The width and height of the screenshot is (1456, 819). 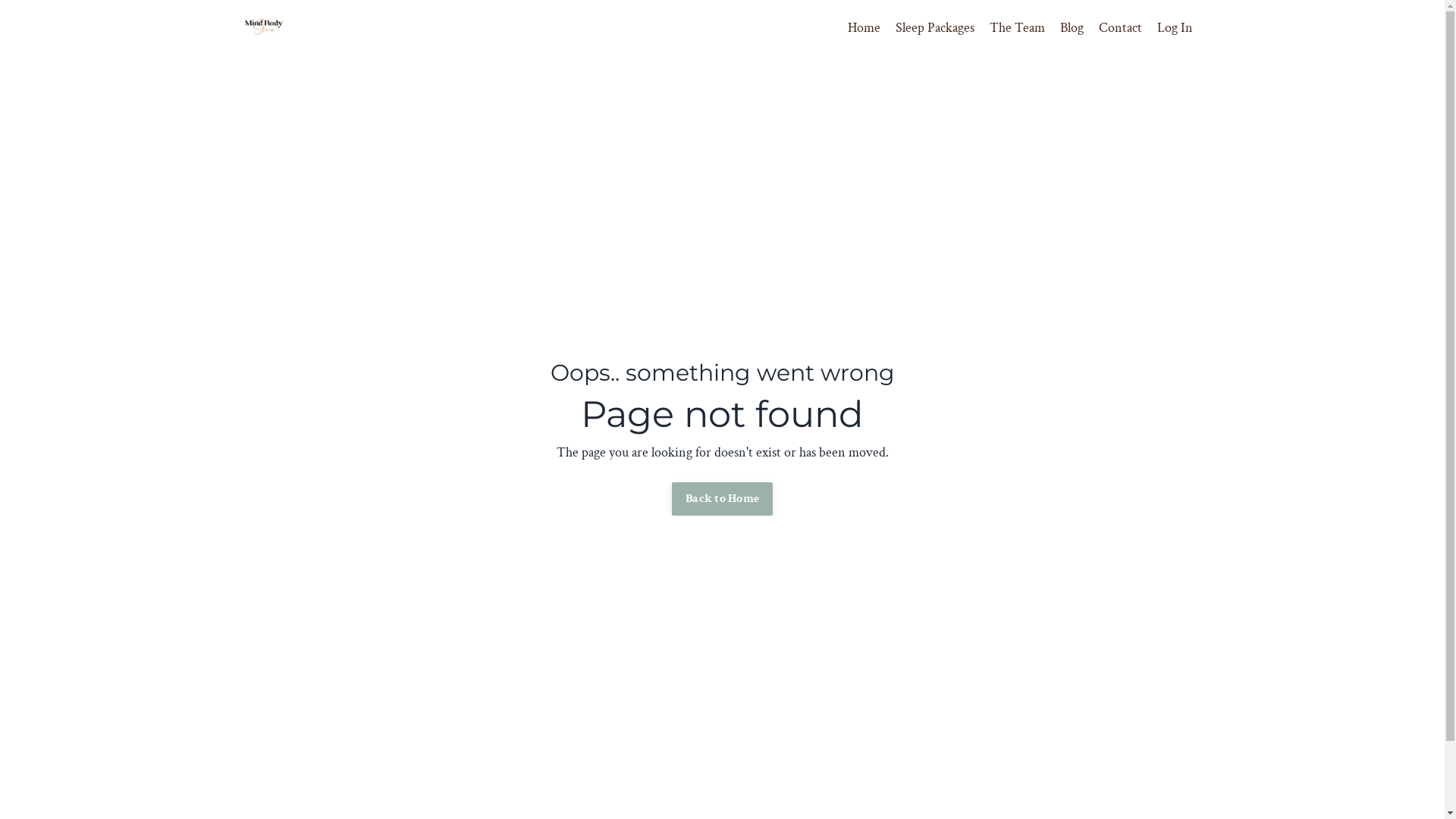 What do you see at coordinates (1016, 28) in the screenshot?
I see `'The Team'` at bounding box center [1016, 28].